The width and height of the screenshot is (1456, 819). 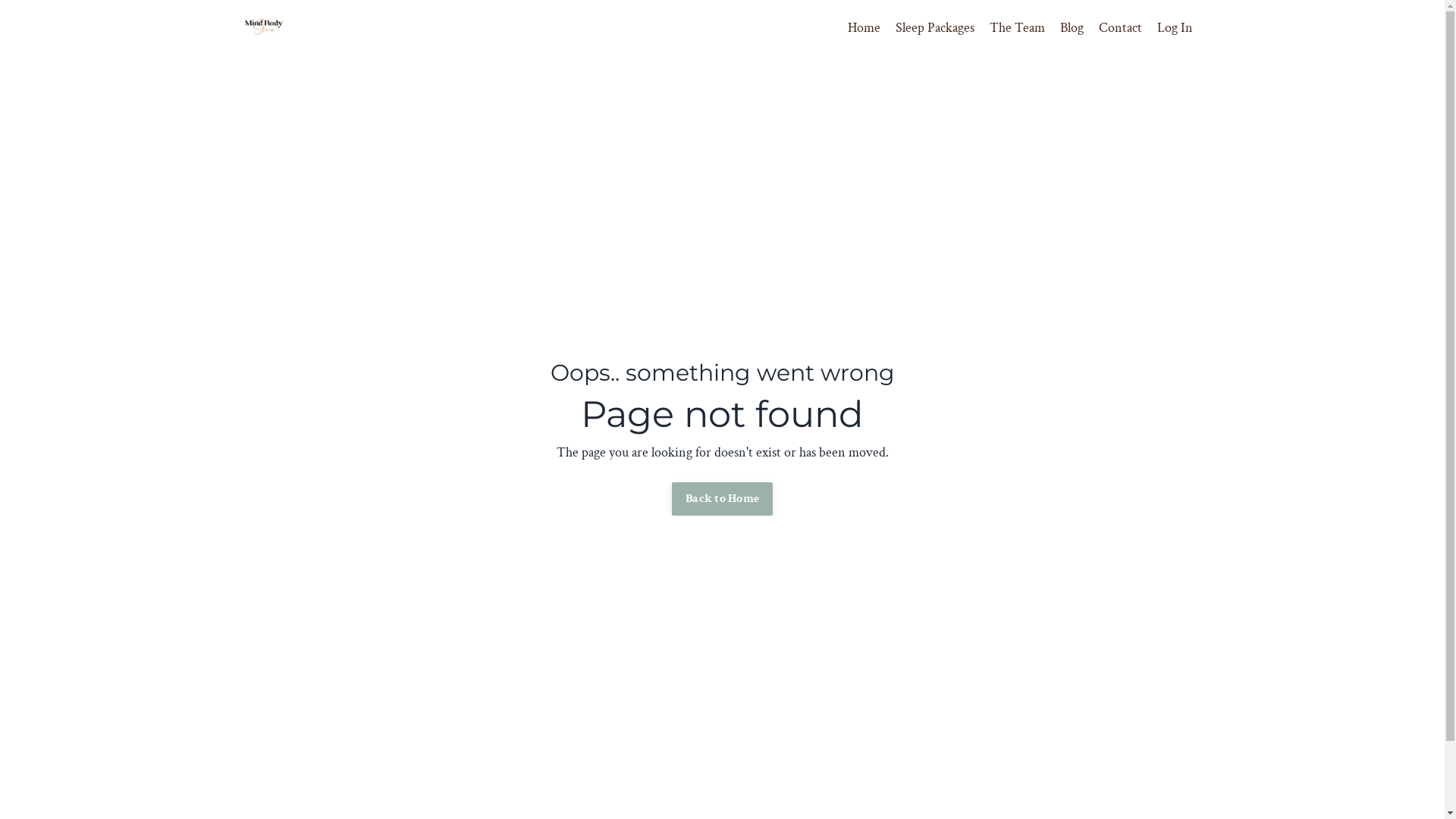 What do you see at coordinates (1016, 28) in the screenshot?
I see `'The Team'` at bounding box center [1016, 28].